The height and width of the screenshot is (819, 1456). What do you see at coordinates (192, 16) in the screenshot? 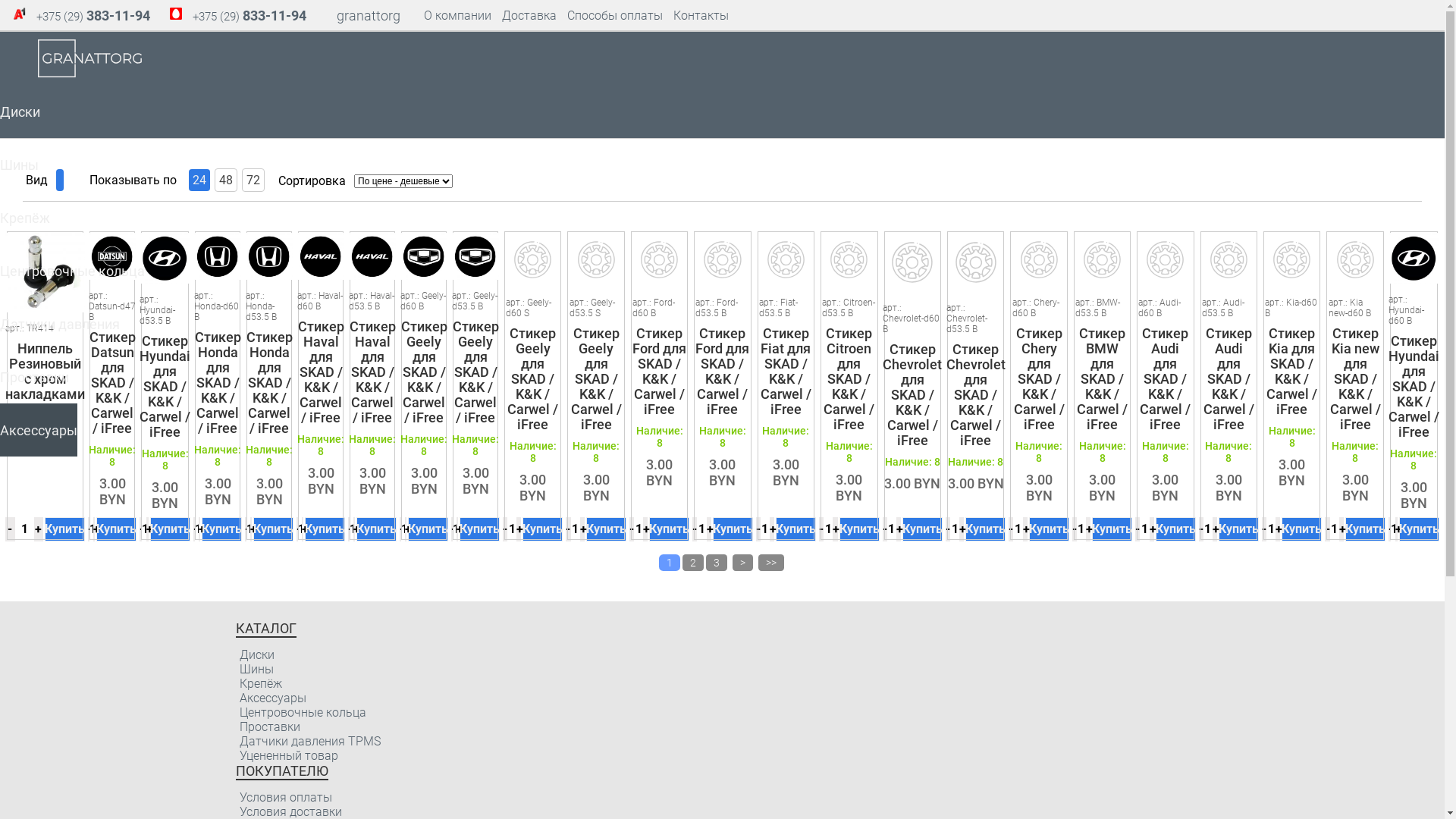
I see `'+375 (29) 833-11-94'` at bounding box center [192, 16].